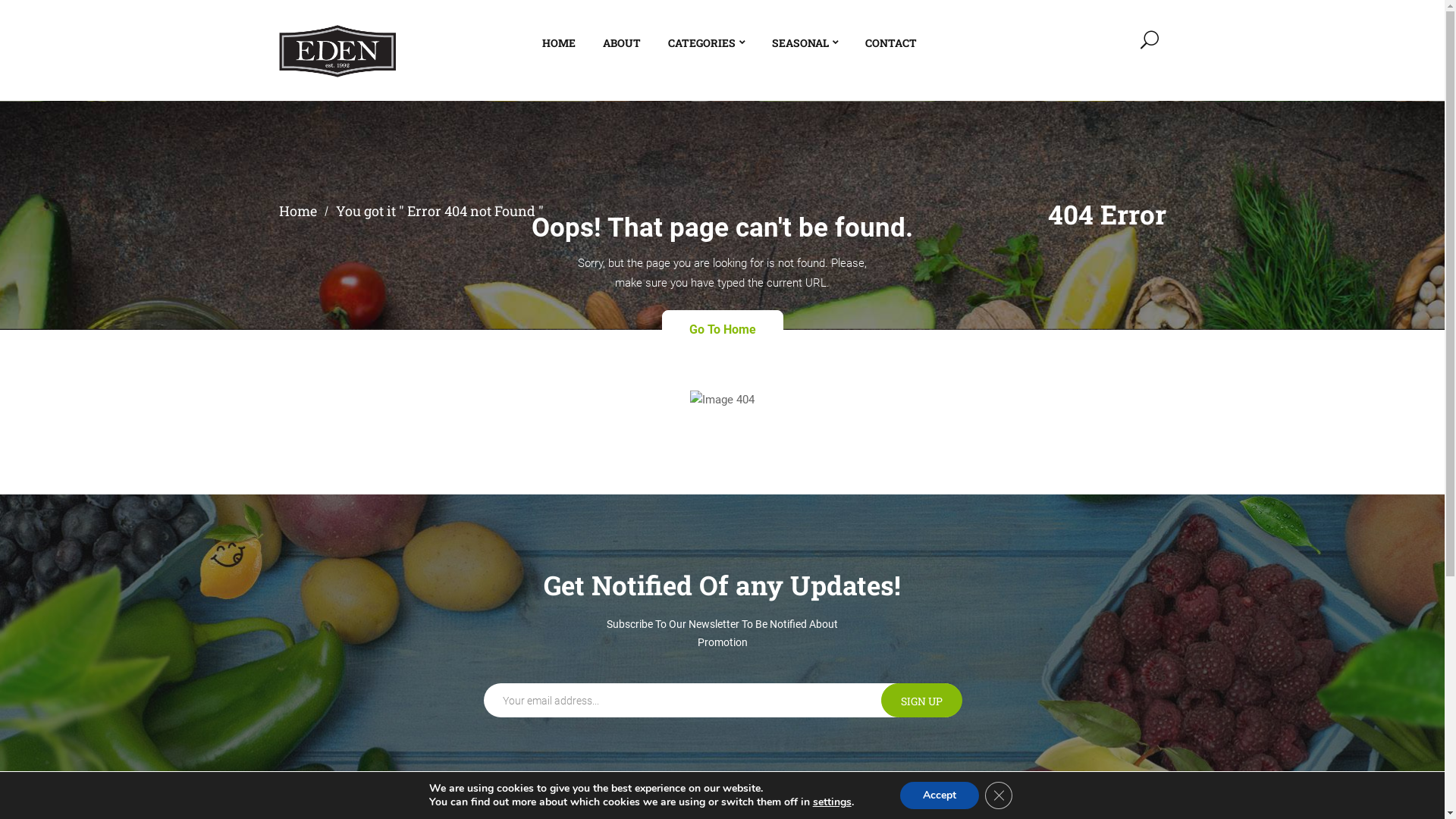 The image size is (1456, 819). Describe the element at coordinates (601, 42) in the screenshot. I see `'ABOUT'` at that location.